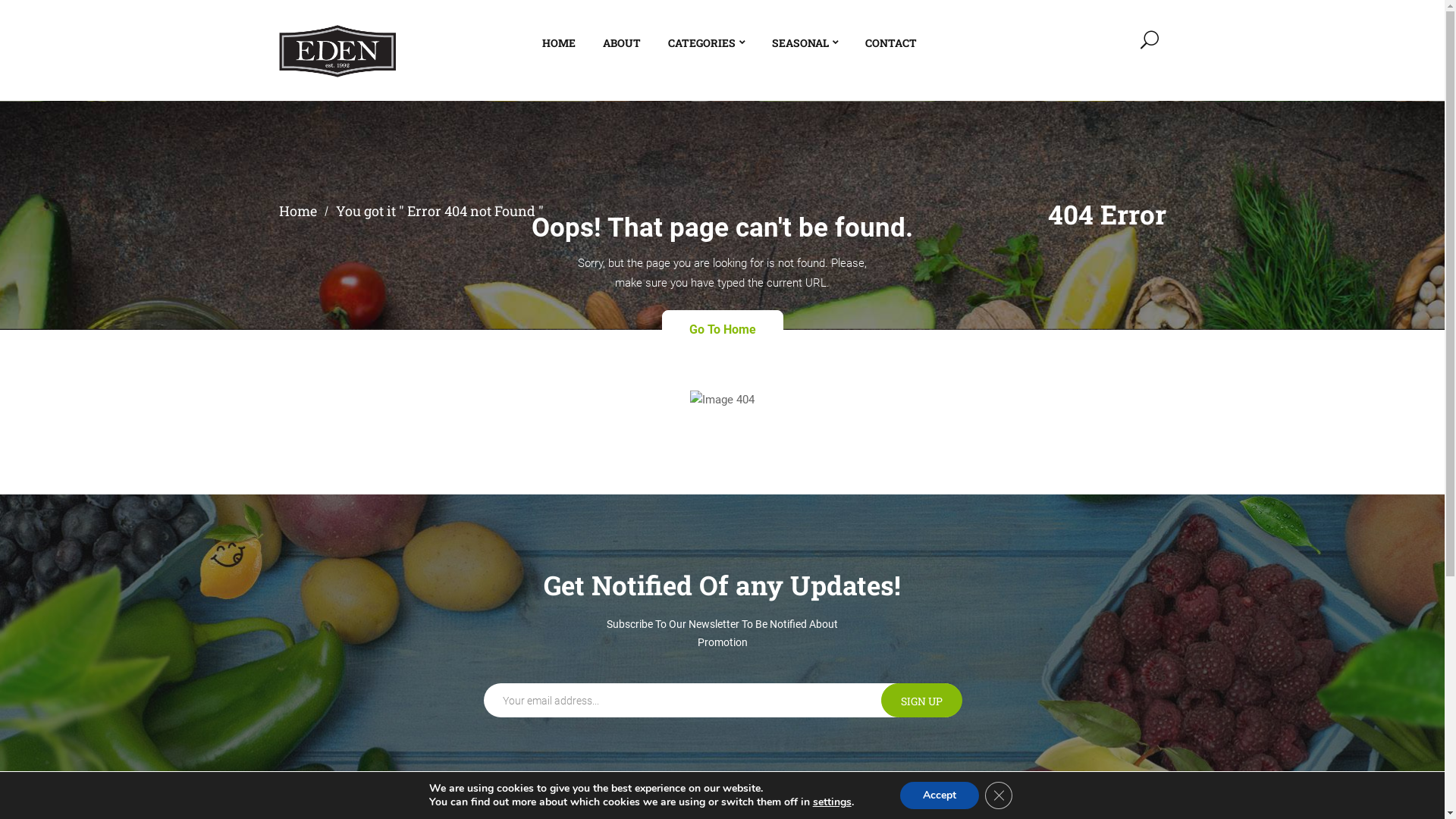 The image size is (1456, 819). Describe the element at coordinates (601, 42) in the screenshot. I see `'ABOUT'` at that location.